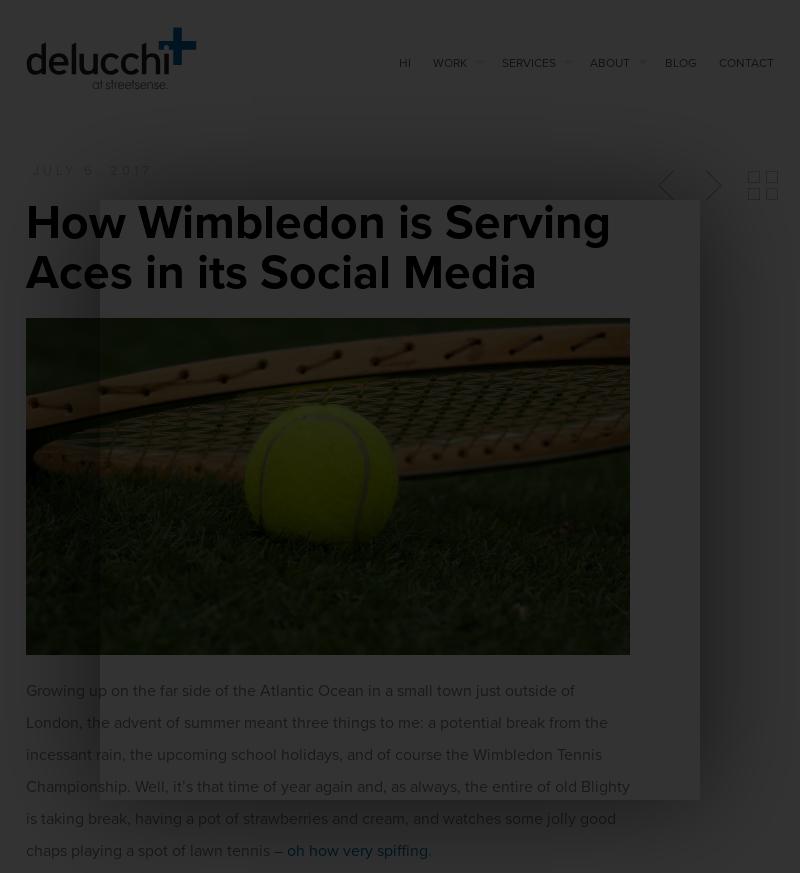 Image resolution: width=800 pixels, height=873 pixels. Describe the element at coordinates (430, 851) in the screenshot. I see `'.'` at that location.